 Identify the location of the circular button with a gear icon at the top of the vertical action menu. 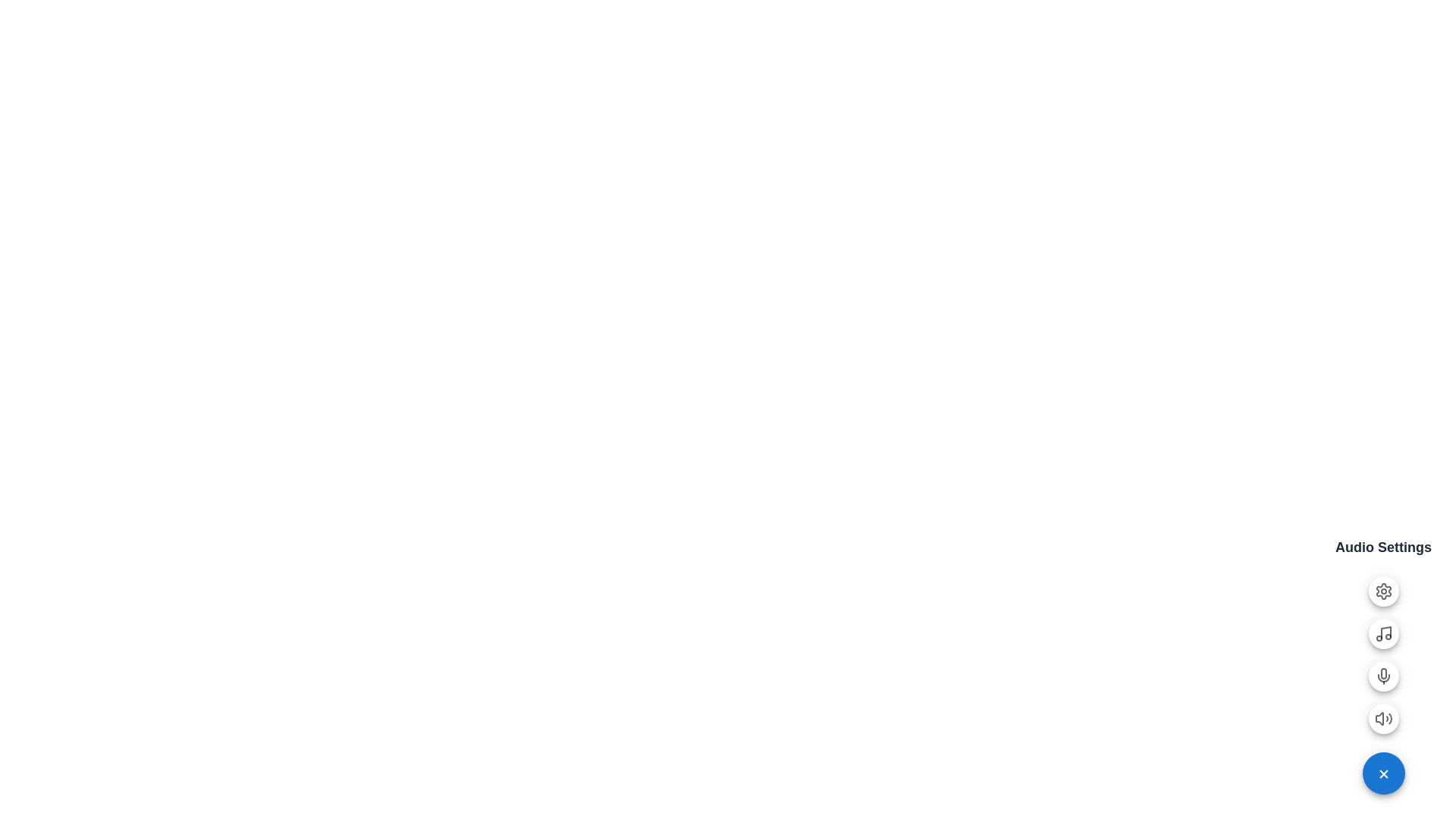
(1383, 590).